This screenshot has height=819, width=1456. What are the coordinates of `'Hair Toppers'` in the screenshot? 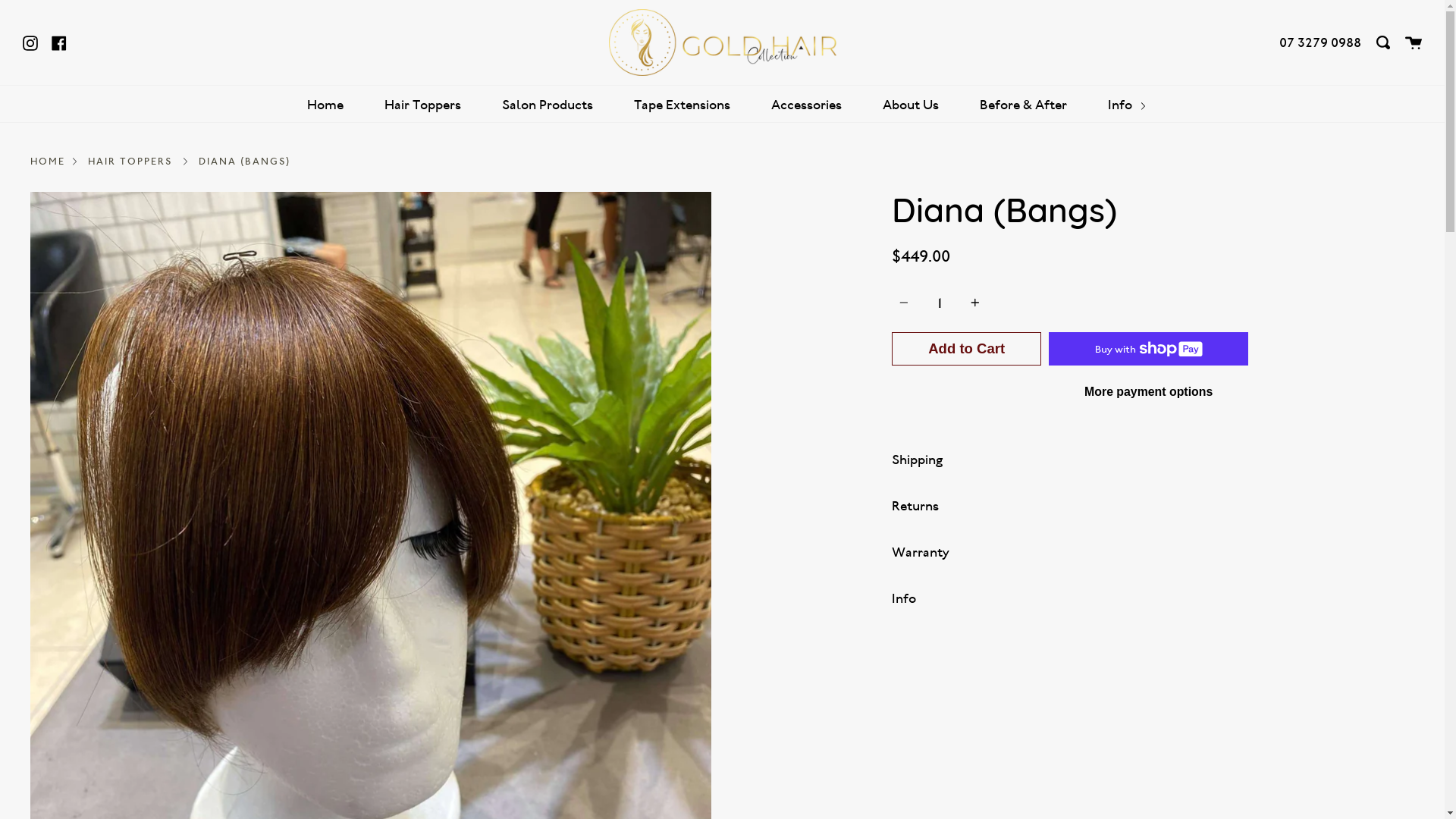 It's located at (422, 104).